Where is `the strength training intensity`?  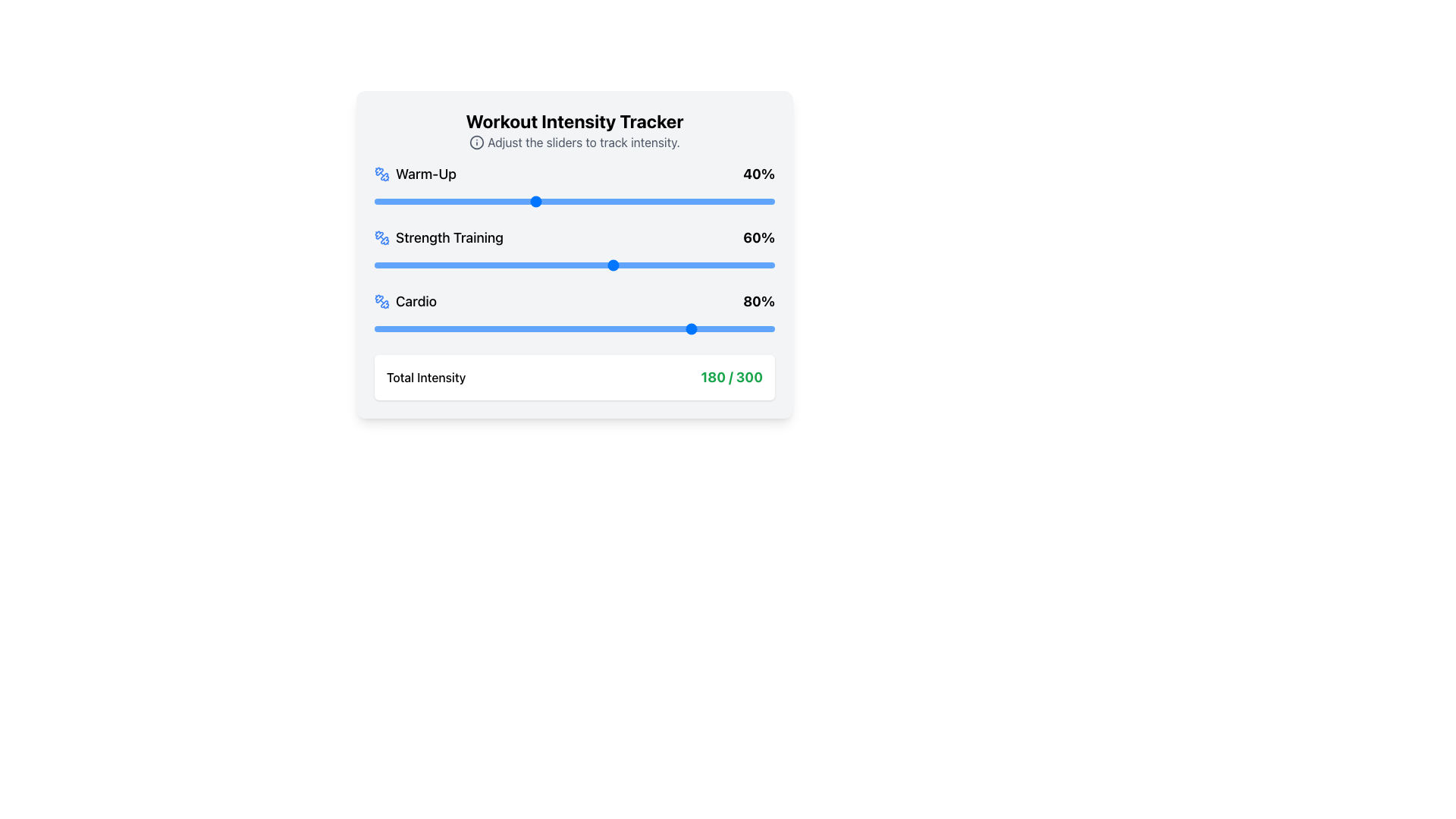
the strength training intensity is located at coordinates (585, 265).